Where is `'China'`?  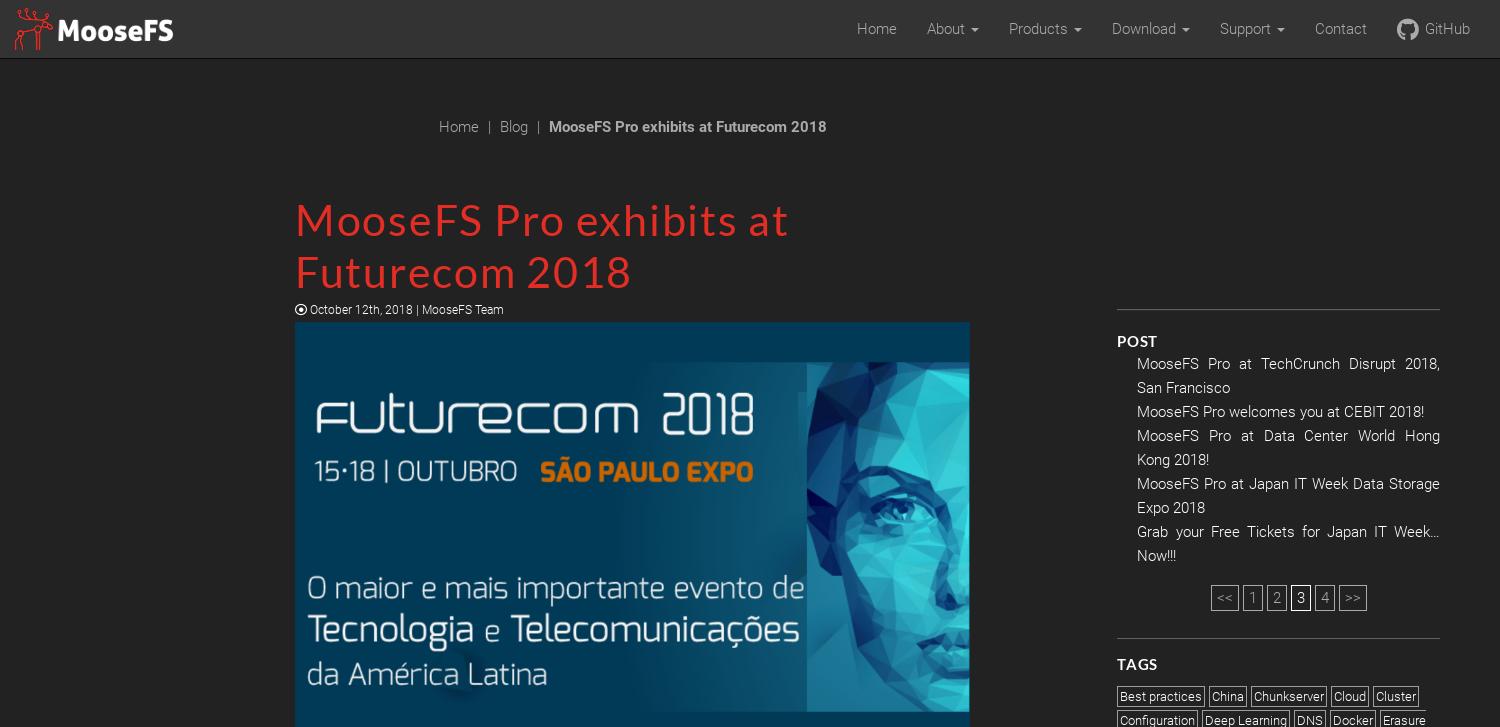 'China' is located at coordinates (1211, 695).